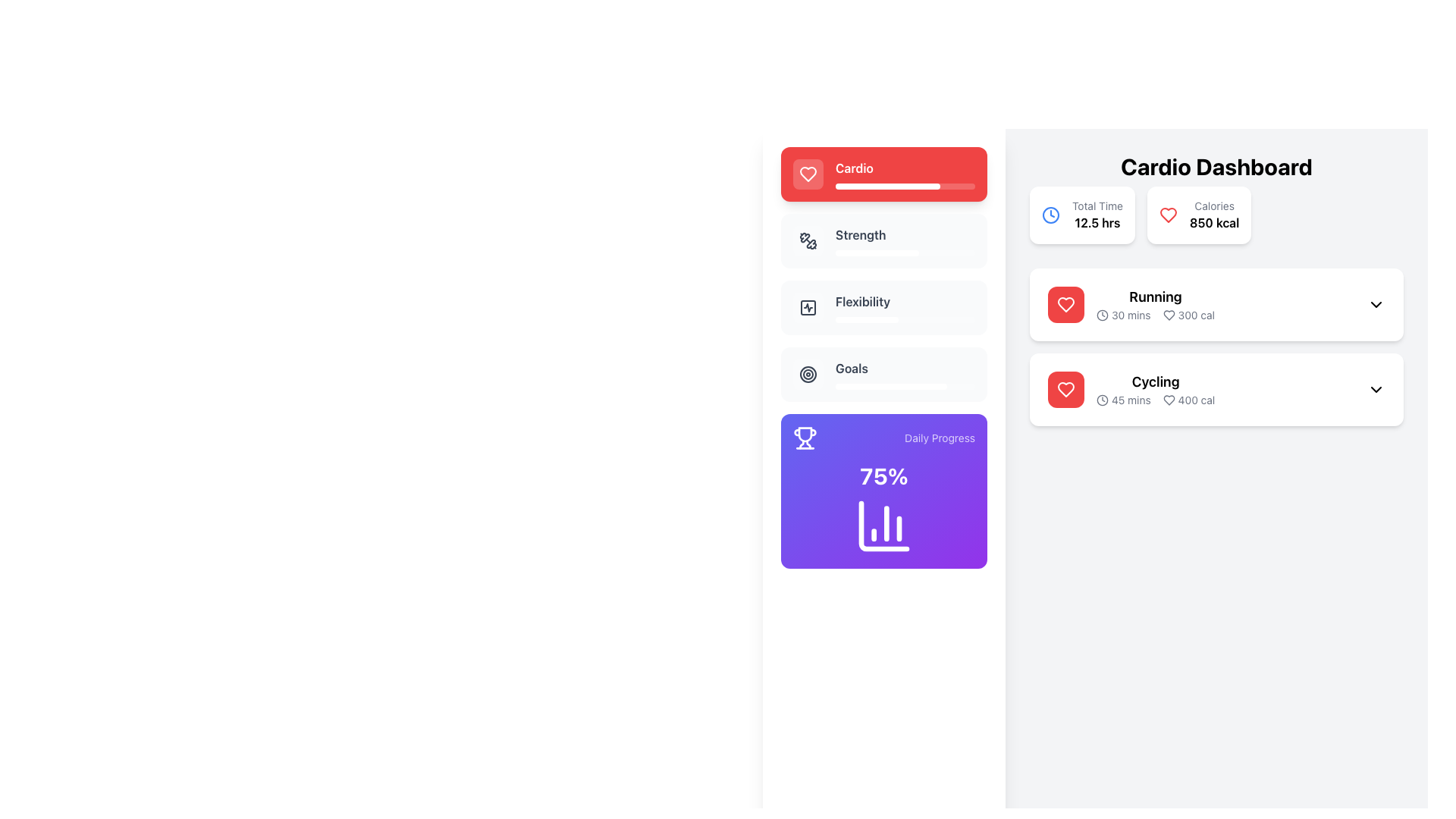 The width and height of the screenshot is (1456, 819). I want to click on the red heart shape icon representing the favorite or love action, which is located in the navigation menu above the 'Cardio' text and progress bar, so click(1065, 304).